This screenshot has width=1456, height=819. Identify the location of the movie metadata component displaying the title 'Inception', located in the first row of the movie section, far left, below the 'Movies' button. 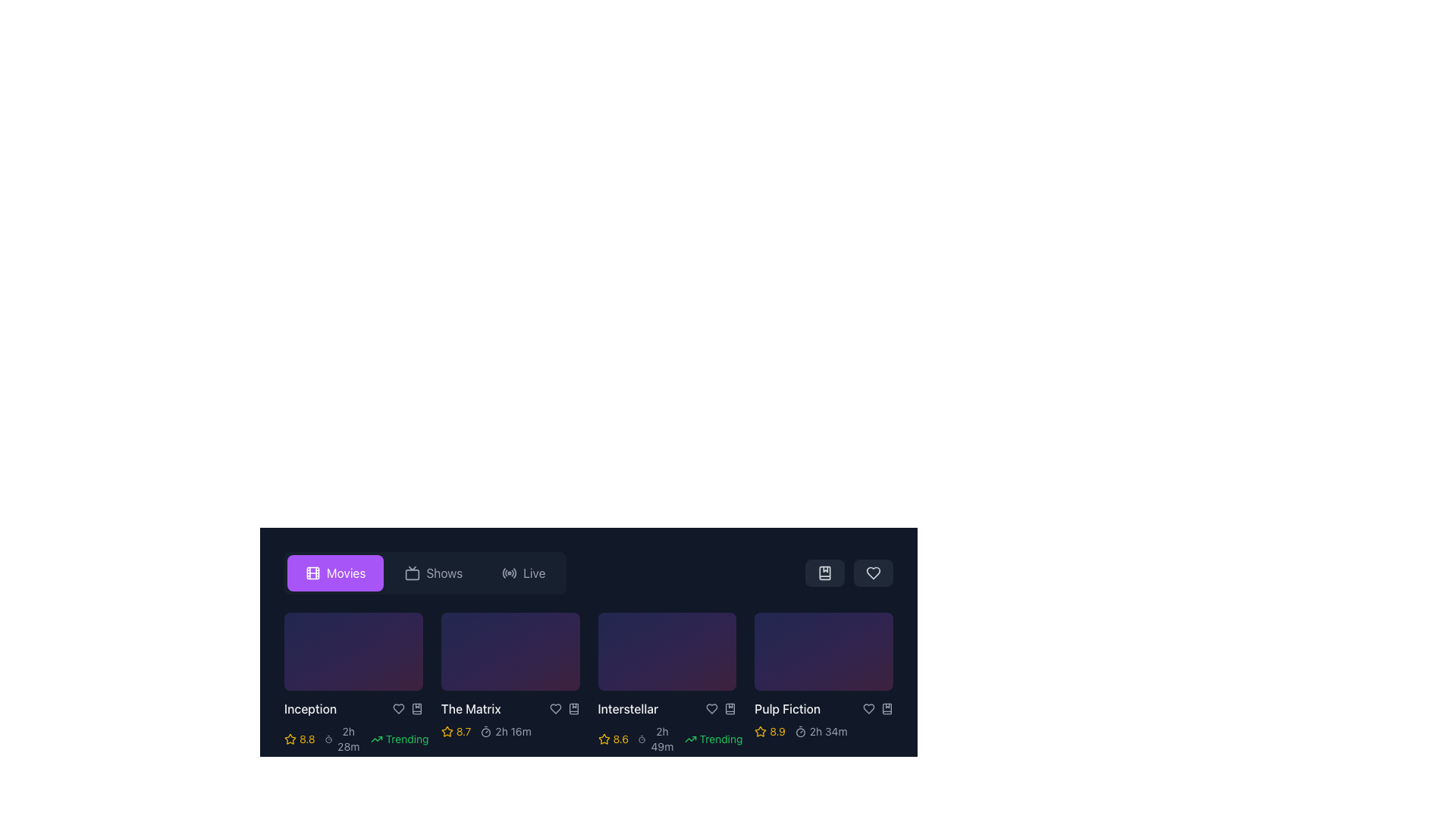
(353, 726).